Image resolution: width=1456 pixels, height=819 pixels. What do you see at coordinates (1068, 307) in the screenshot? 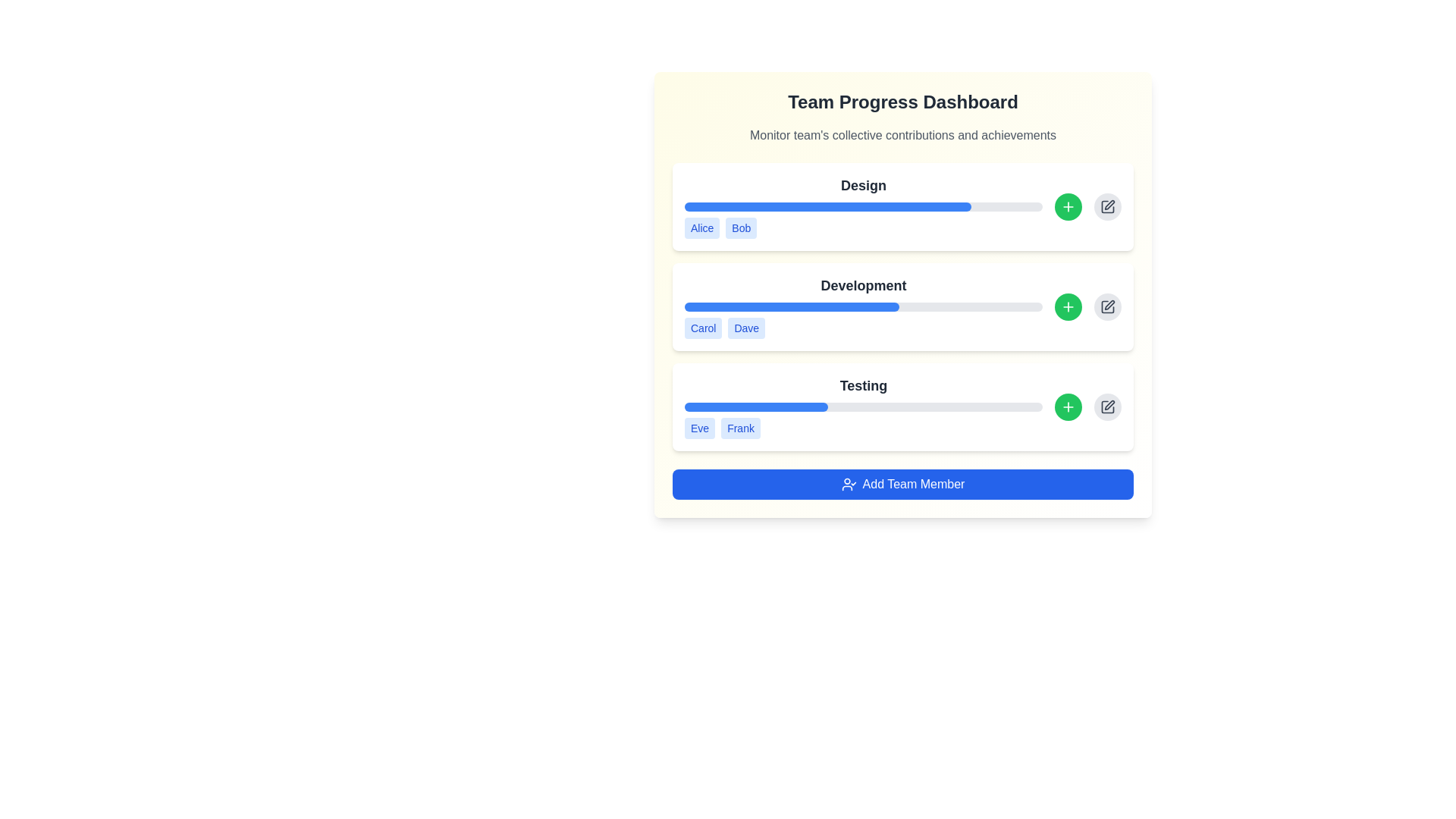
I see `the circular green button with a white plus symbol` at bounding box center [1068, 307].